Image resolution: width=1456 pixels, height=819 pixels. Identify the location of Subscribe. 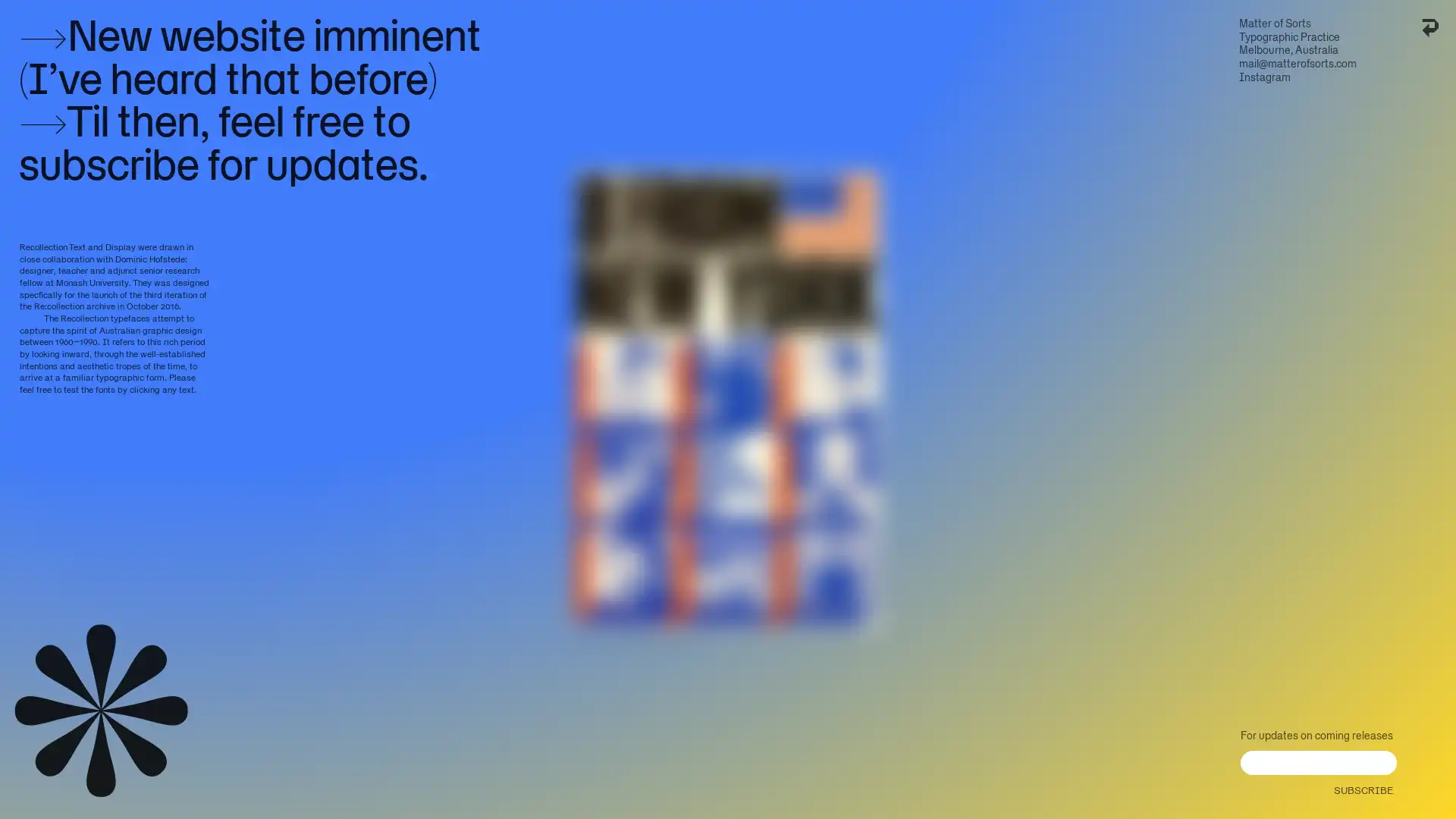
(1361, 786).